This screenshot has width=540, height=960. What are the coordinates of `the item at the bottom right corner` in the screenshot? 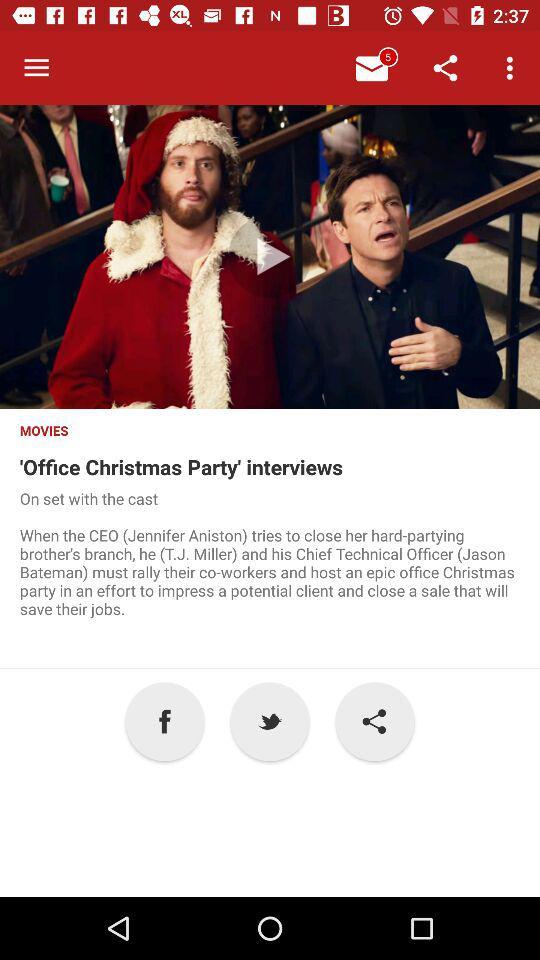 It's located at (374, 720).